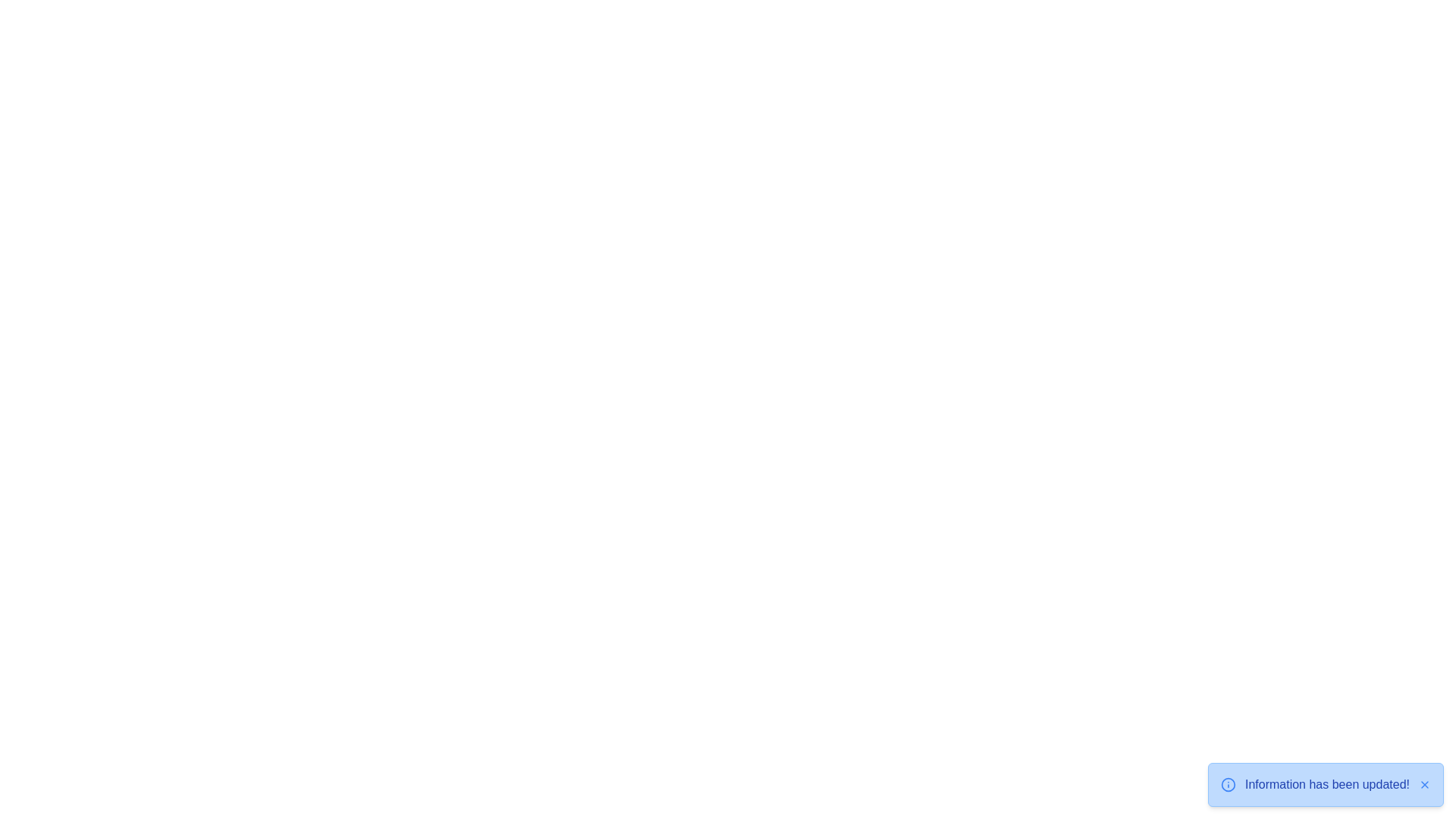  I want to click on close button on the snackbar to dismiss the notification, so click(1423, 784).